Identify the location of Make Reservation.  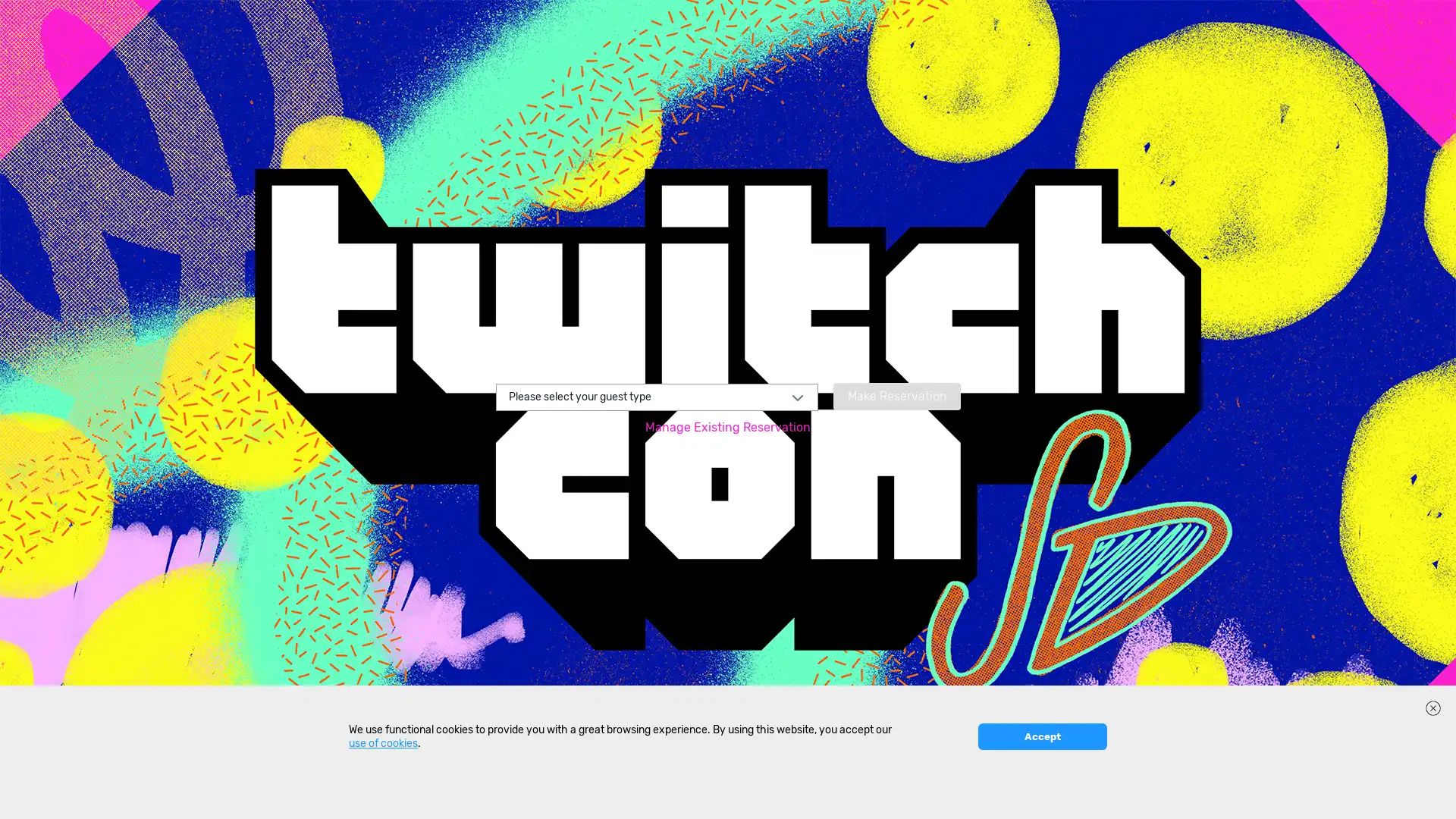
(896, 394).